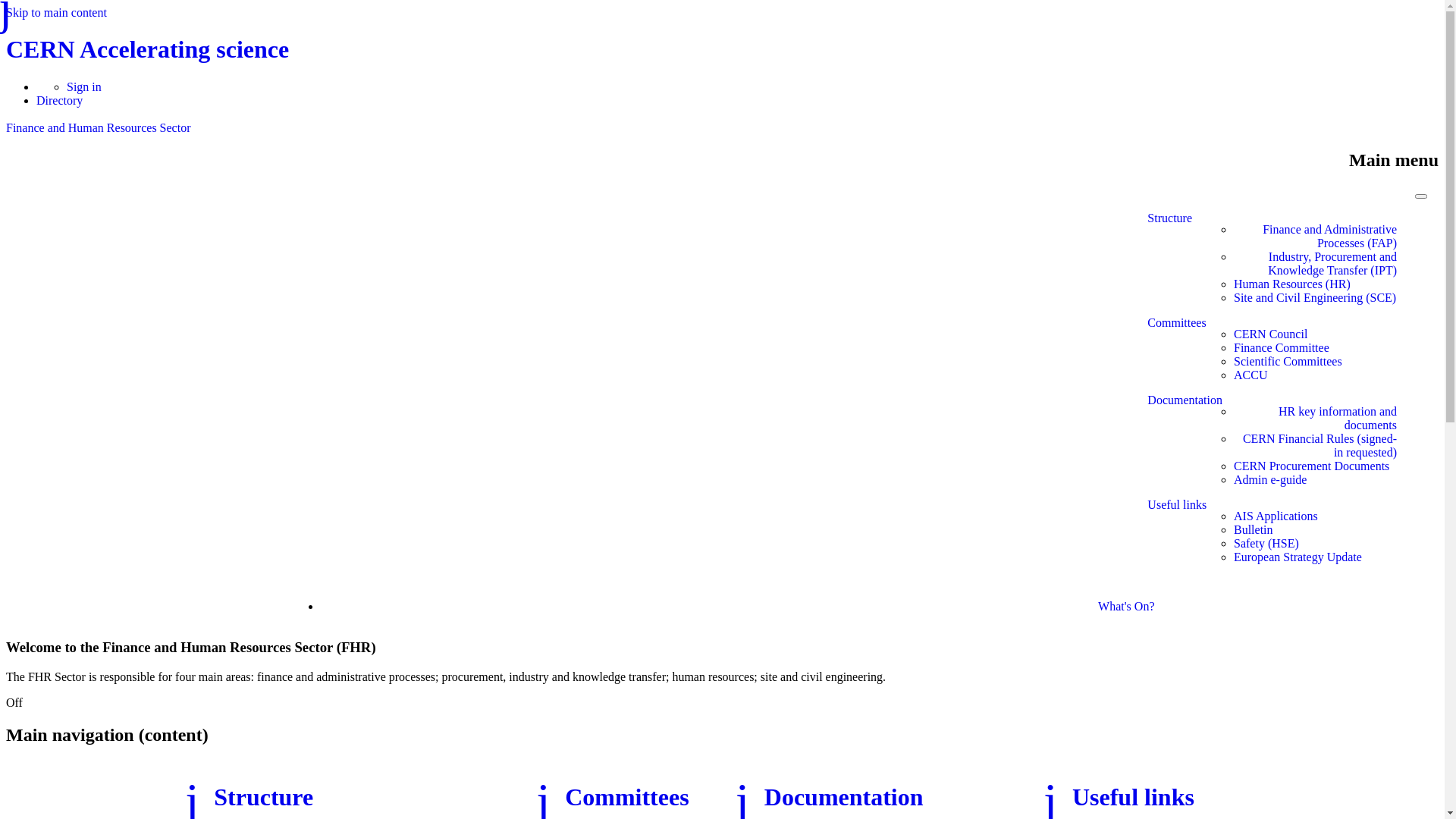  I want to click on 'Scientific Committees', so click(1287, 362).